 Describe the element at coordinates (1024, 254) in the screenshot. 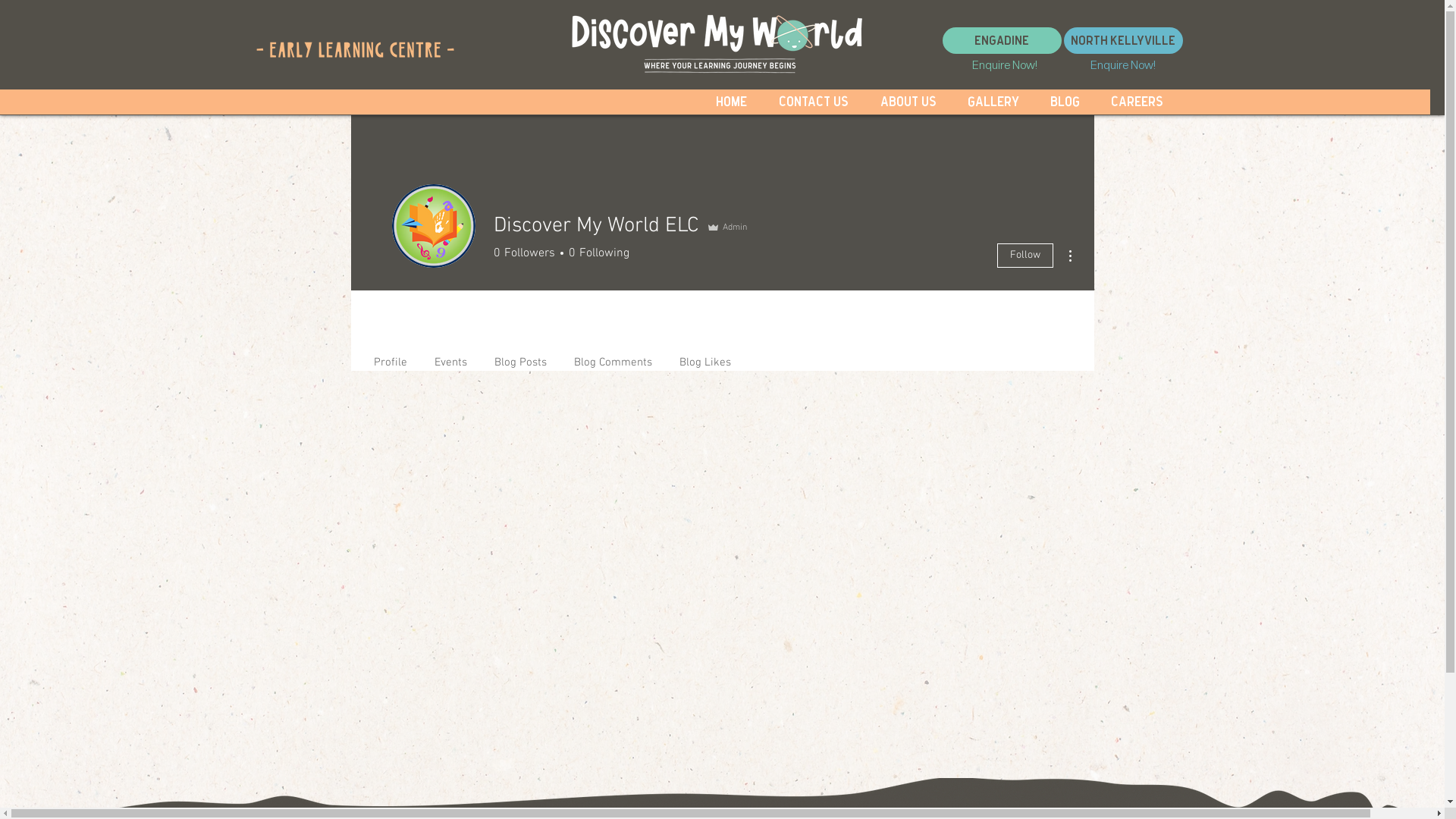

I see `'Follow'` at that location.